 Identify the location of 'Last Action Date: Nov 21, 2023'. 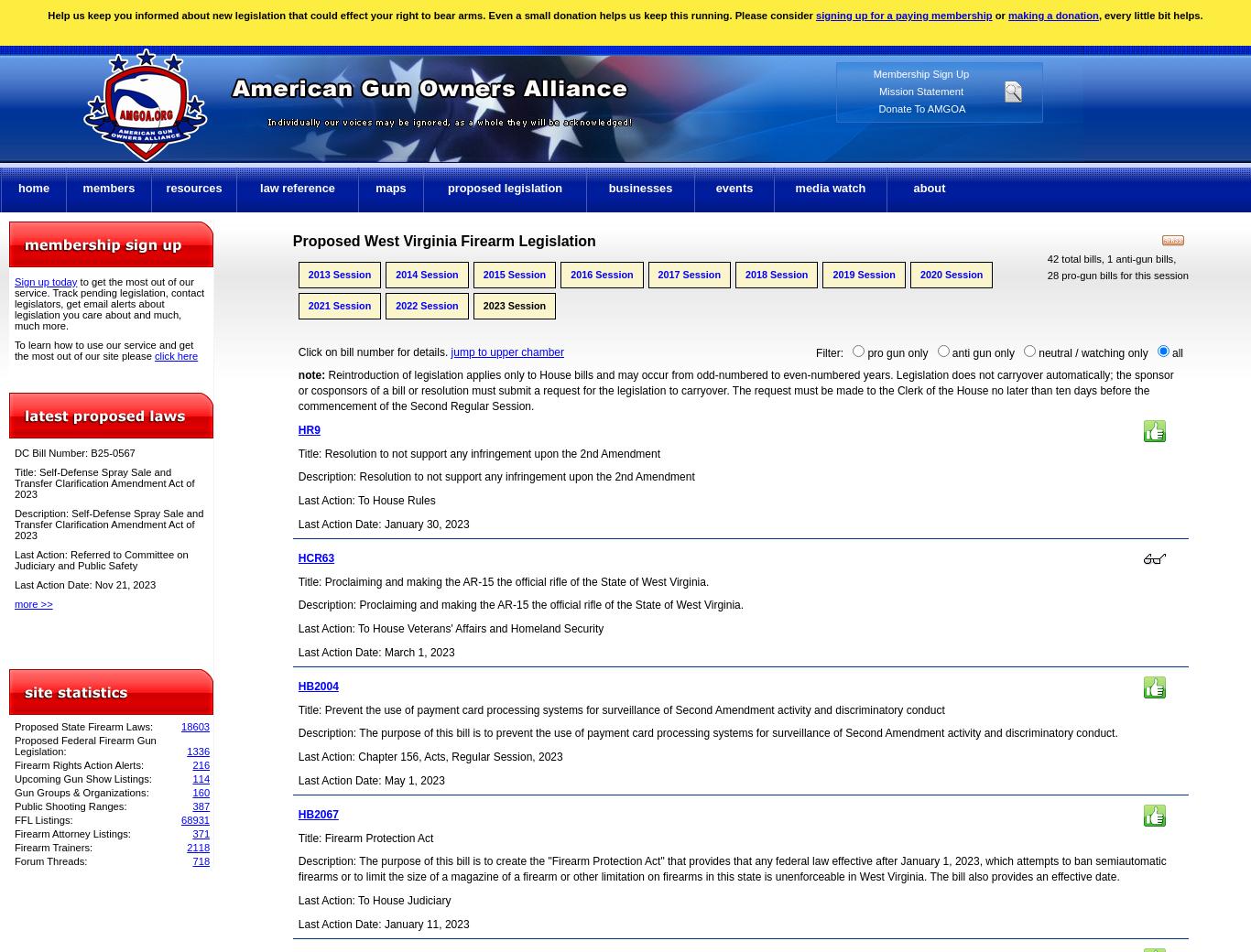
(85, 583).